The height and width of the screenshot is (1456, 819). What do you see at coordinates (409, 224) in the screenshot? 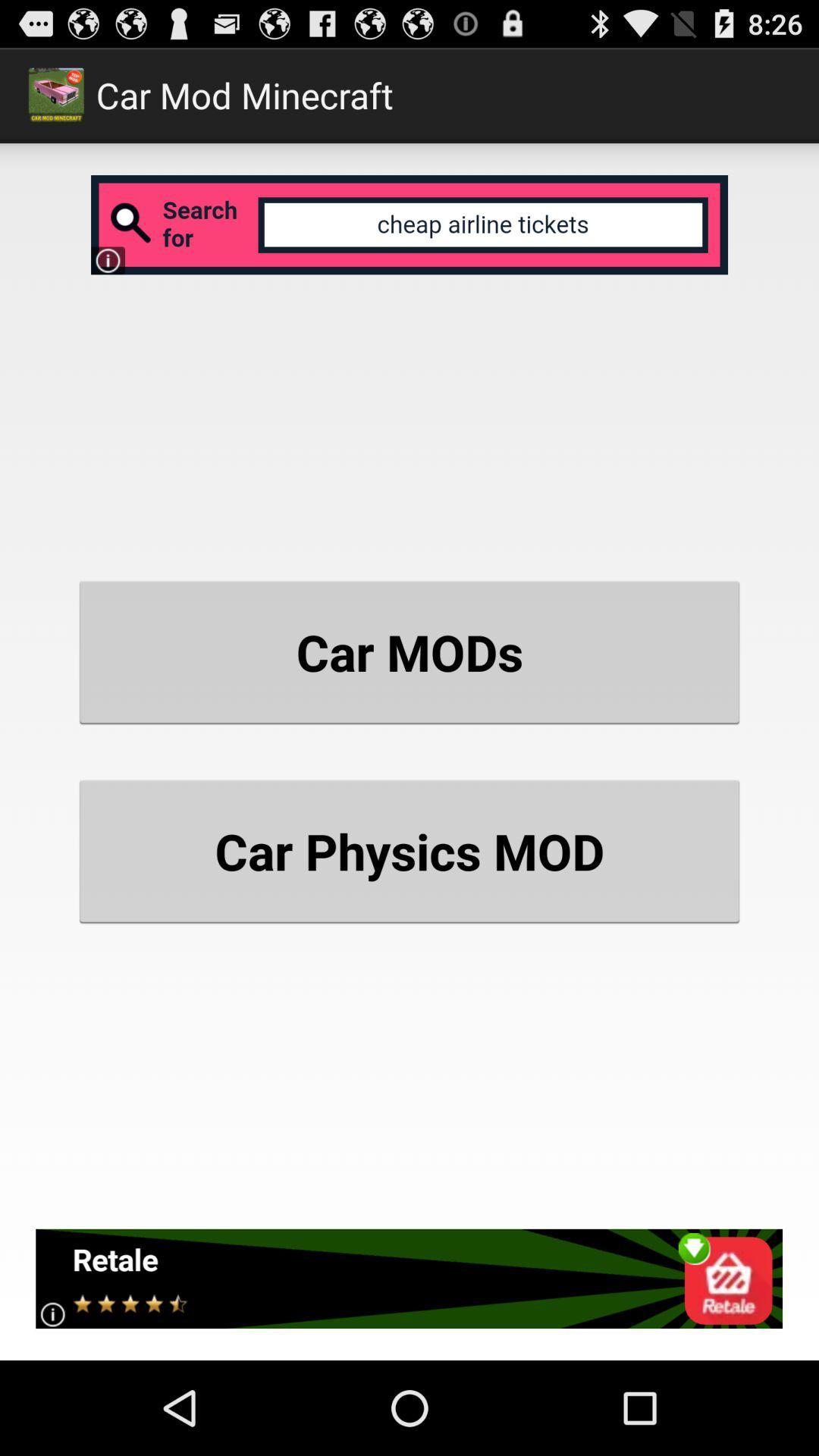
I see `the item at the top` at bounding box center [409, 224].